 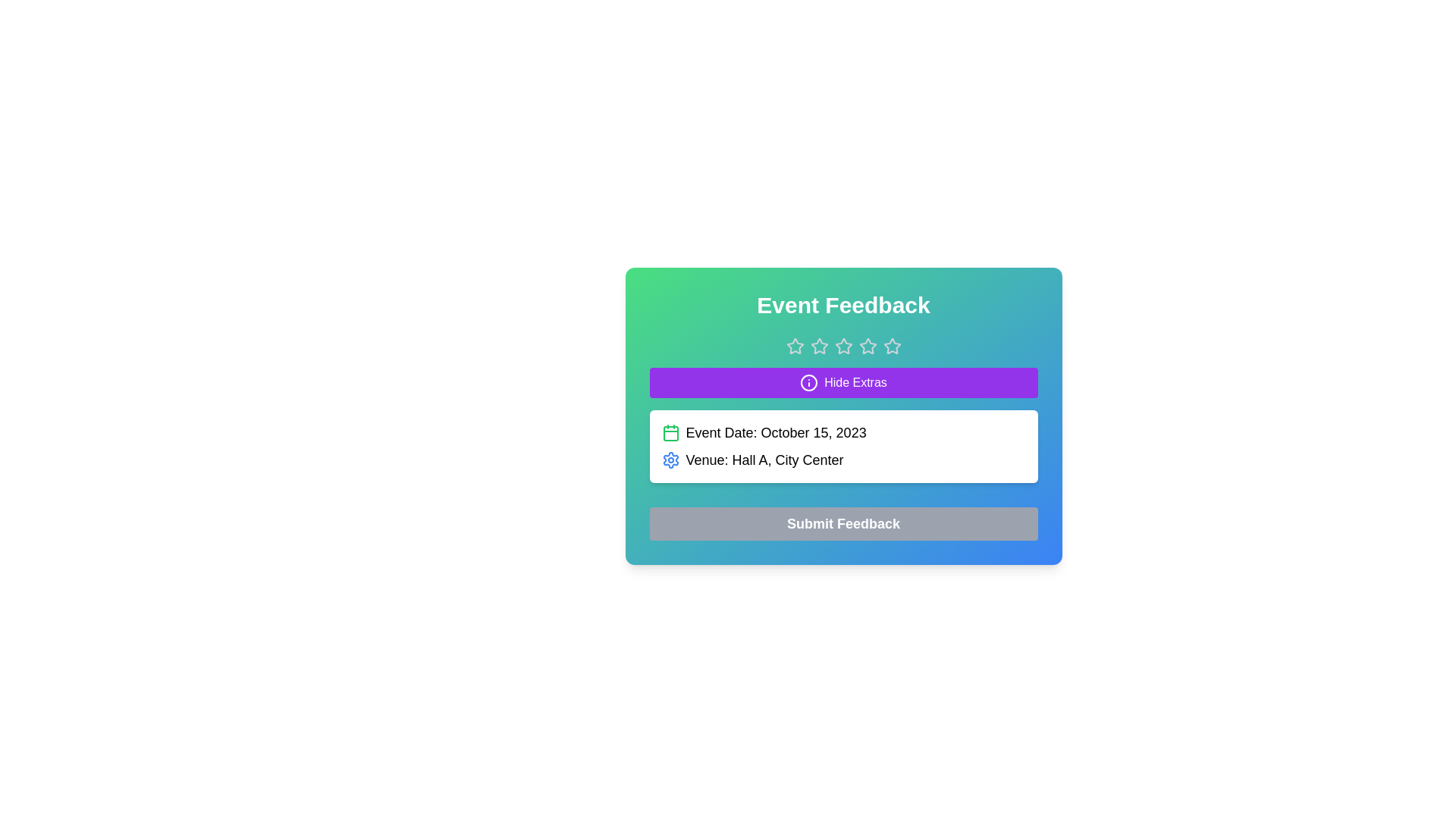 What do you see at coordinates (868, 346) in the screenshot?
I see `the star corresponding to the desired rating 4` at bounding box center [868, 346].